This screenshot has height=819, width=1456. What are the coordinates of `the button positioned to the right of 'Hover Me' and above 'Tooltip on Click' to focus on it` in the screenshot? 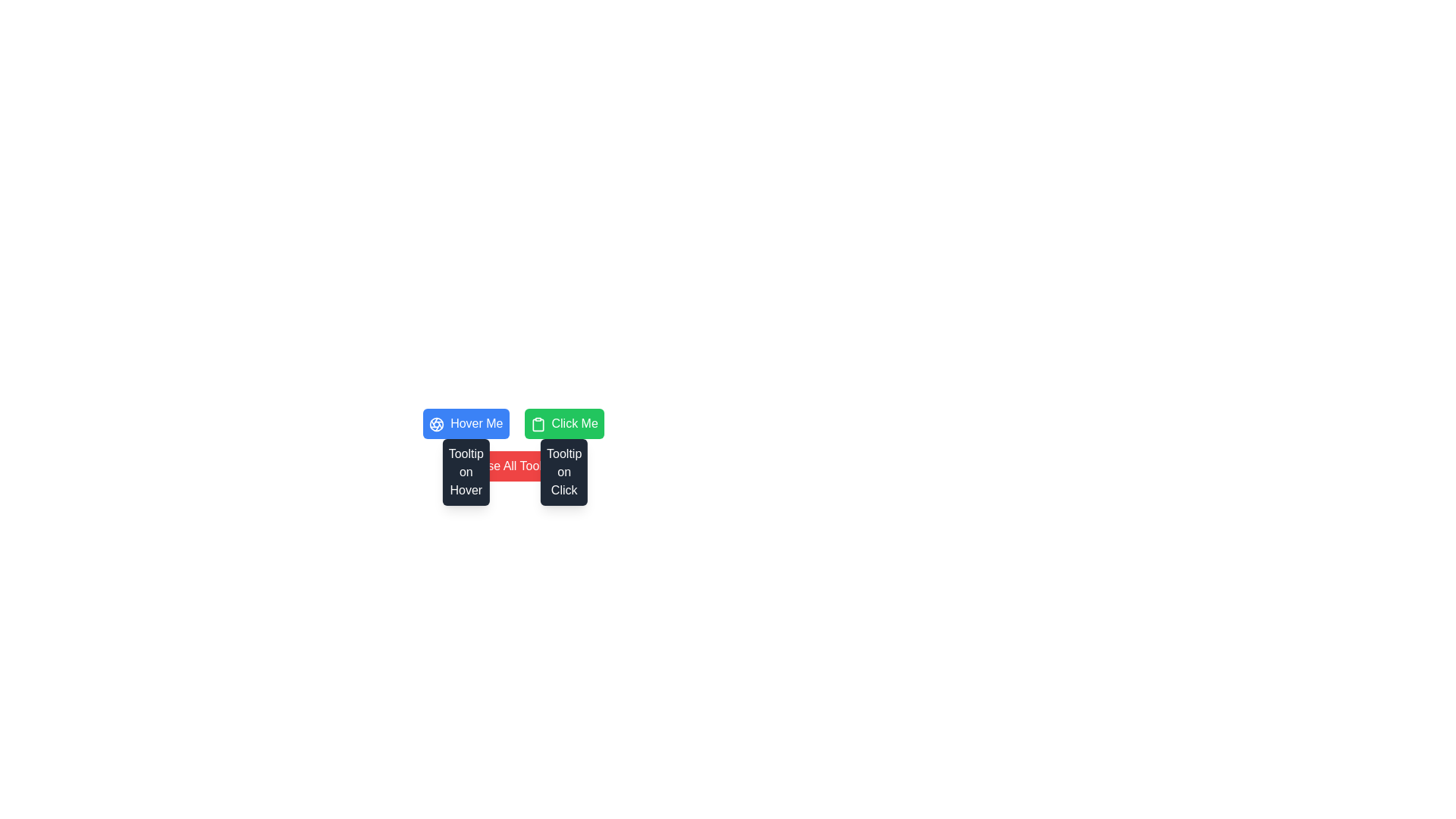 It's located at (563, 424).